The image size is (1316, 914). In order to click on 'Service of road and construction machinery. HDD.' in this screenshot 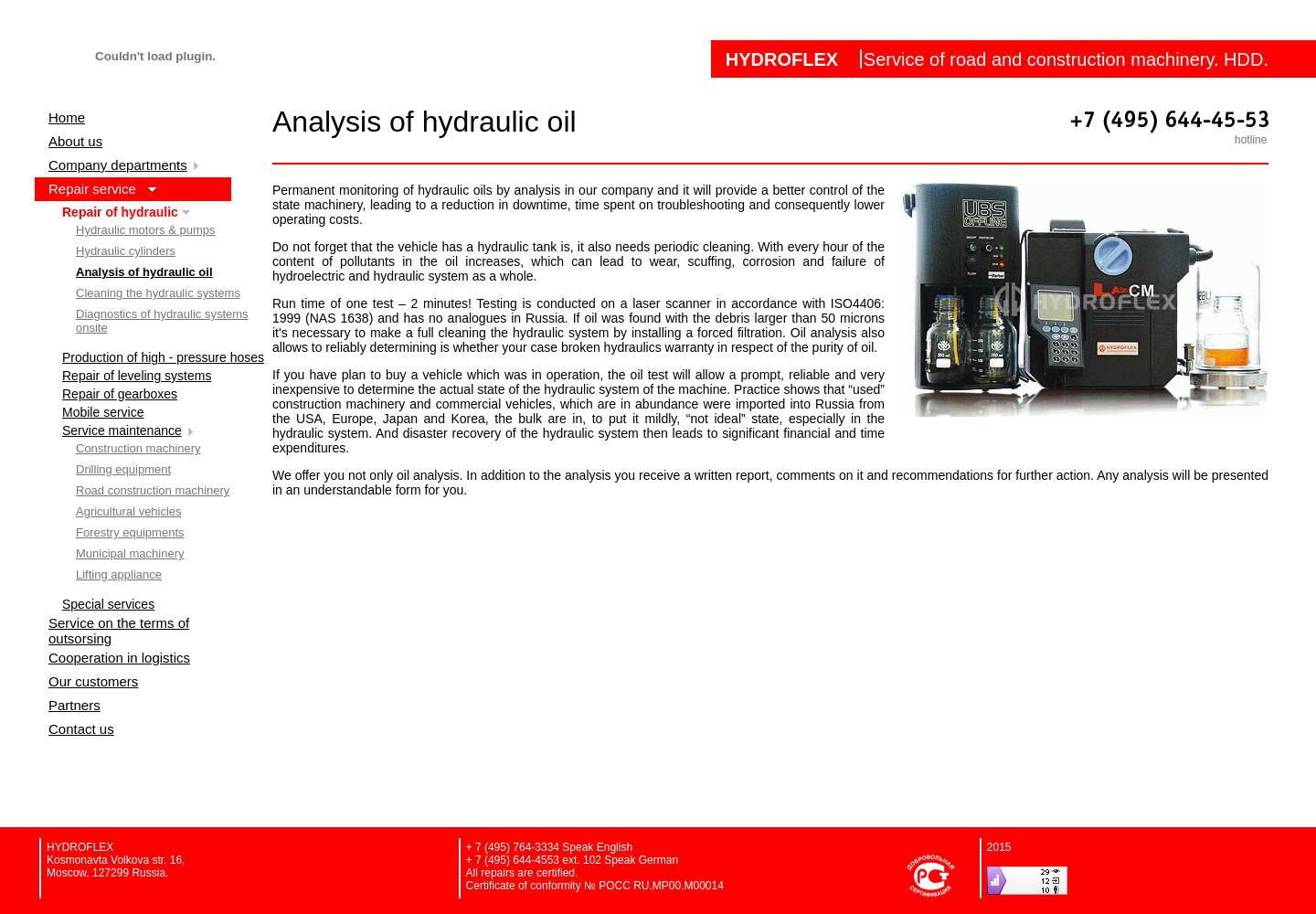, I will do `click(1053, 58)`.